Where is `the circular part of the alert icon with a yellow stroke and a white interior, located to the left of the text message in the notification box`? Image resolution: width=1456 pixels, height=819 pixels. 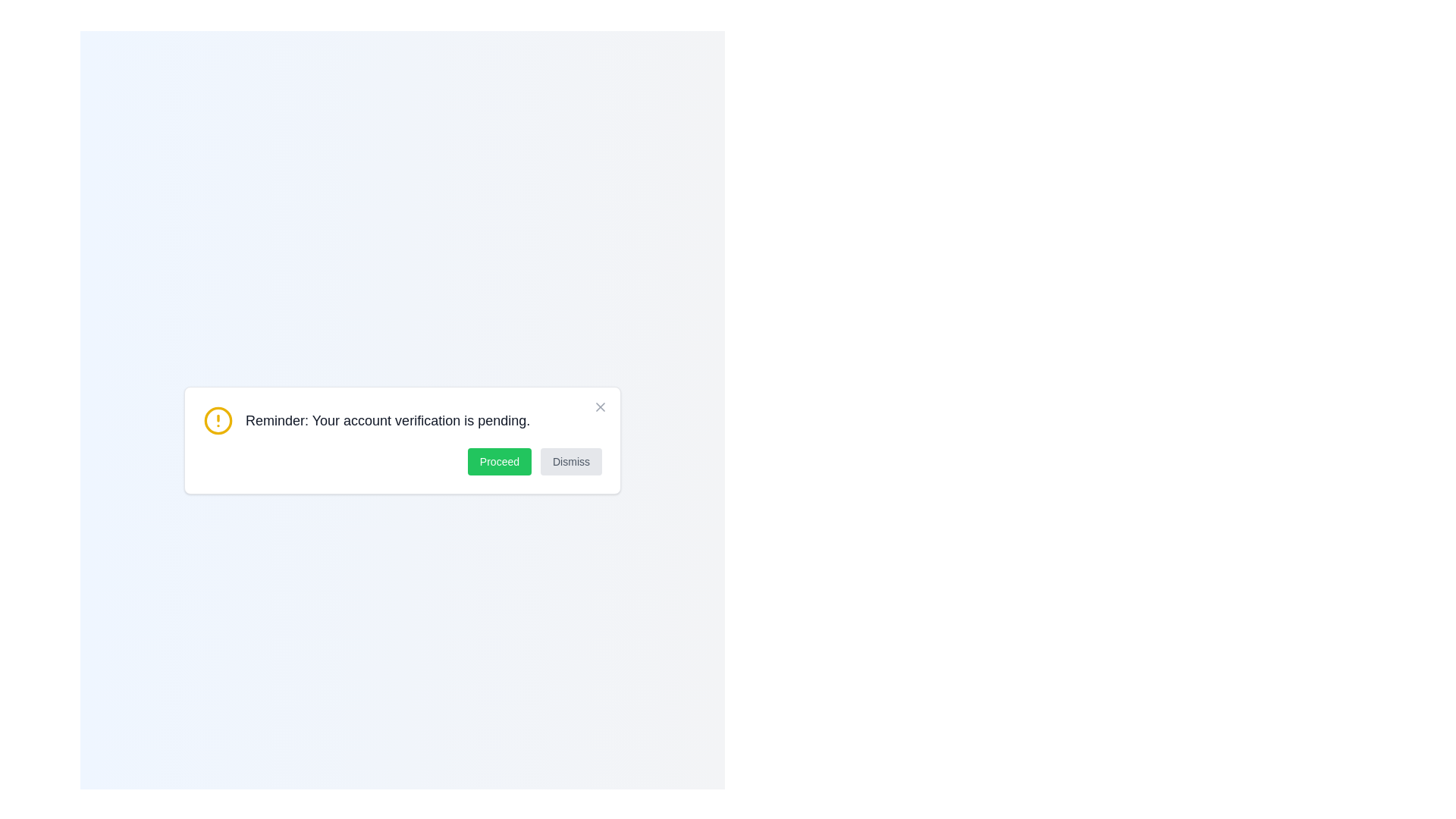
the circular part of the alert icon with a yellow stroke and a white interior, located to the left of the text message in the notification box is located at coordinates (218, 421).